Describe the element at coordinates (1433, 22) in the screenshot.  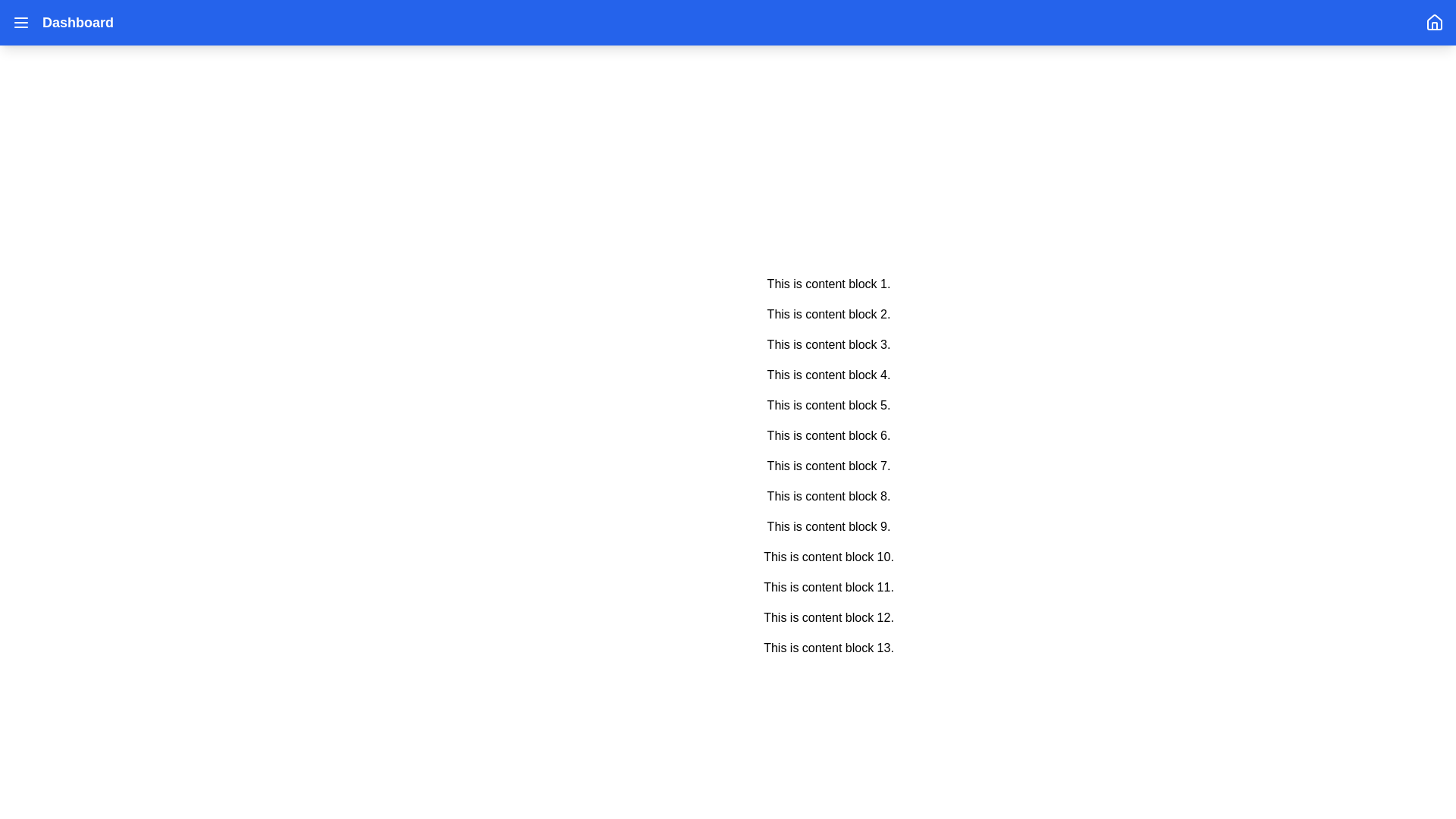
I see `the house icon located at the top-right corner of the application interface within the blue header` at that location.